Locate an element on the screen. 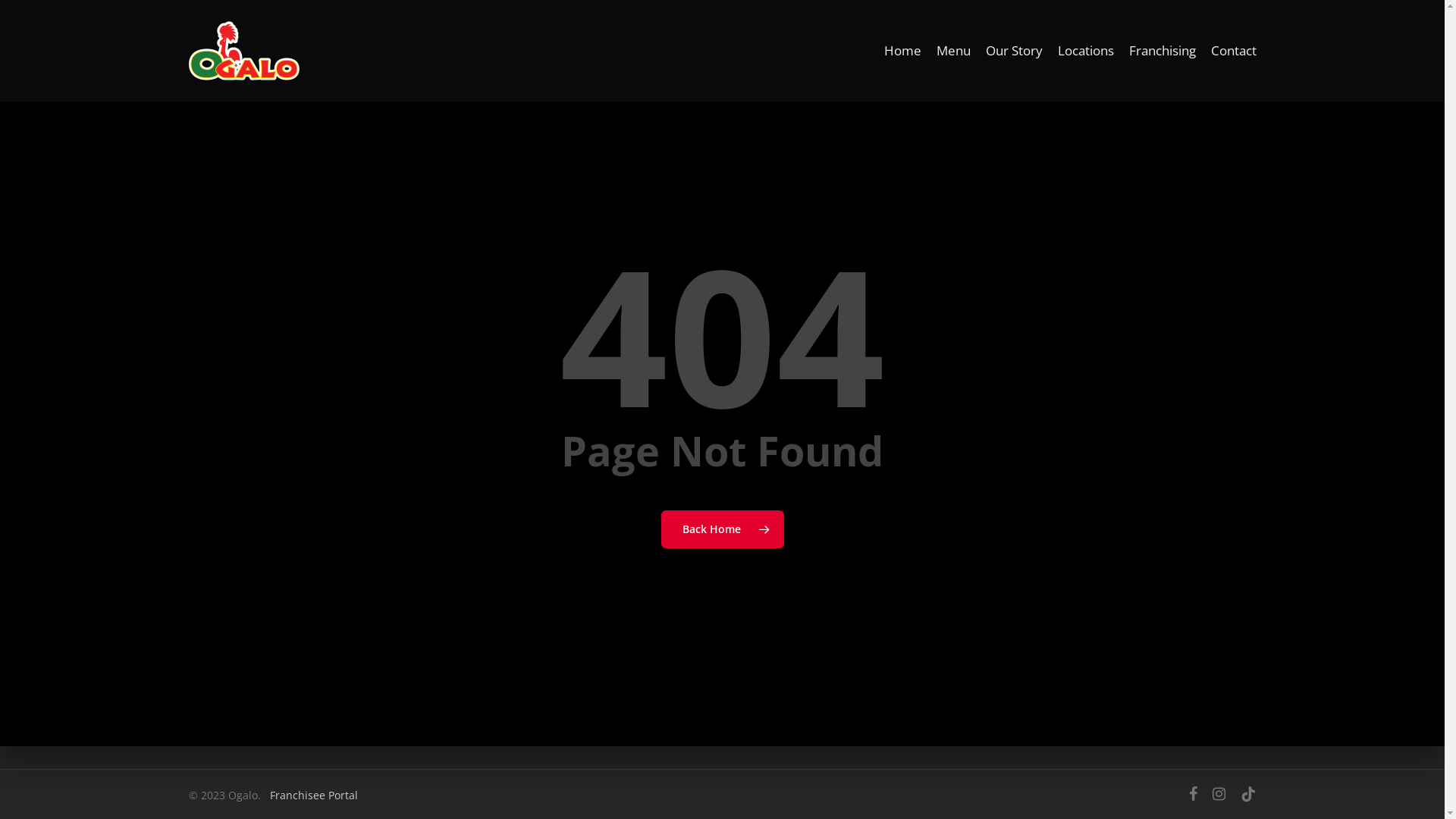 This screenshot has width=1456, height=819. 'Franchisee Portal' is located at coordinates (312, 794).